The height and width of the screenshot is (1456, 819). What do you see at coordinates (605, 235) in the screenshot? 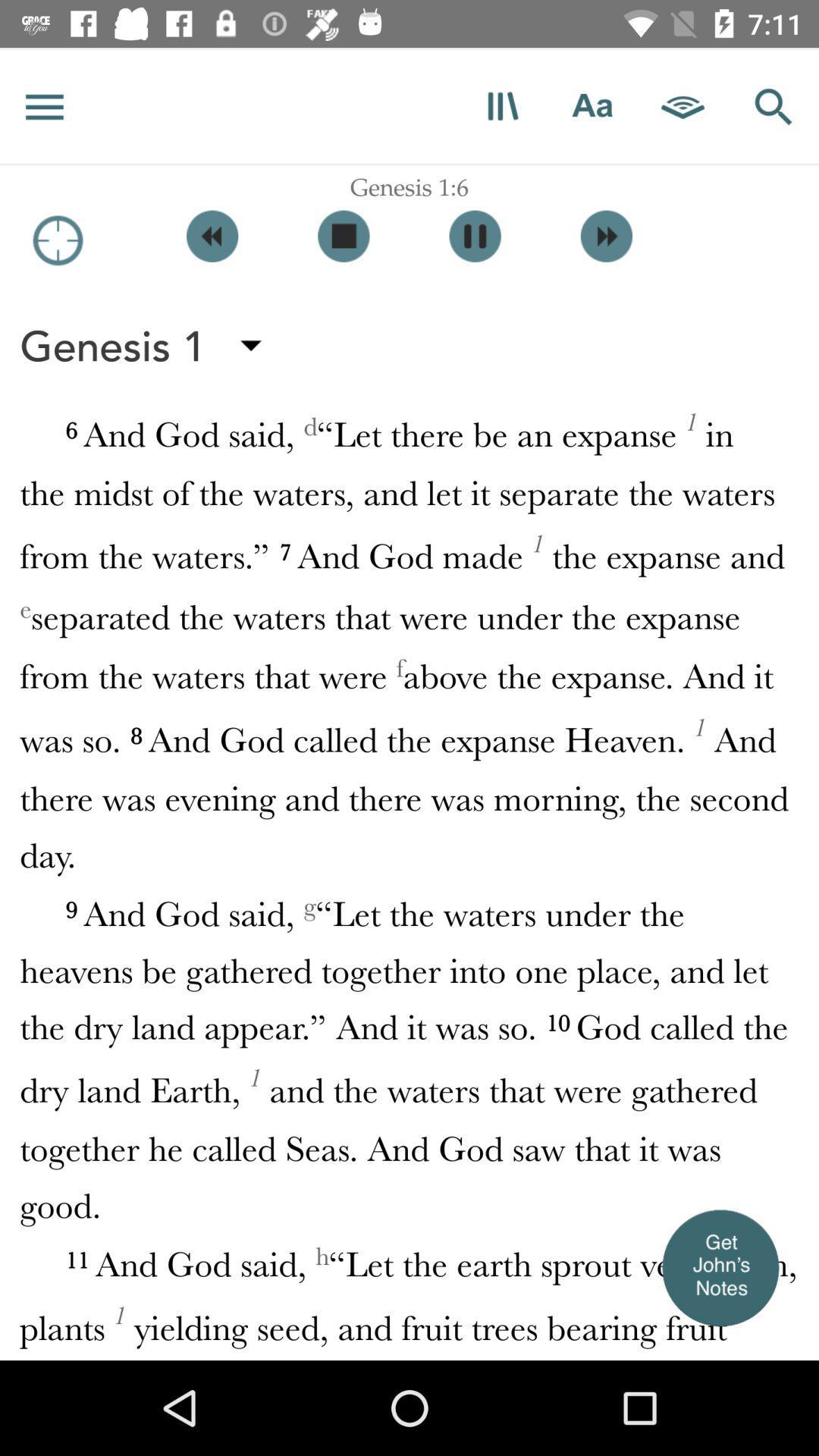
I see `pay next` at bounding box center [605, 235].